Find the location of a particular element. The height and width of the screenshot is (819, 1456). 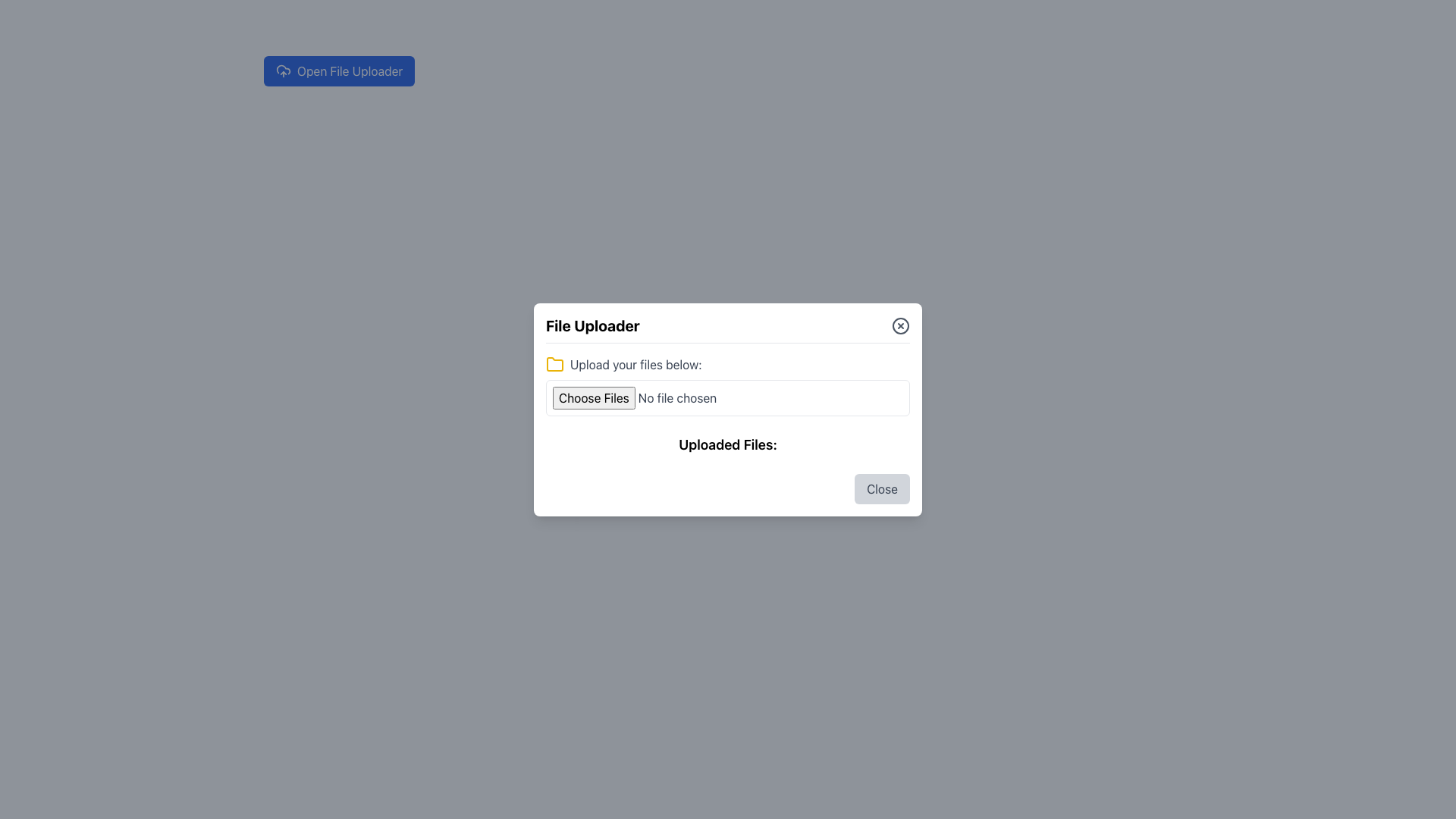

the instructional text label that guides users to upload their files, located above the 'Choose Files' button and to the right of a yellow folder icon is located at coordinates (635, 364).